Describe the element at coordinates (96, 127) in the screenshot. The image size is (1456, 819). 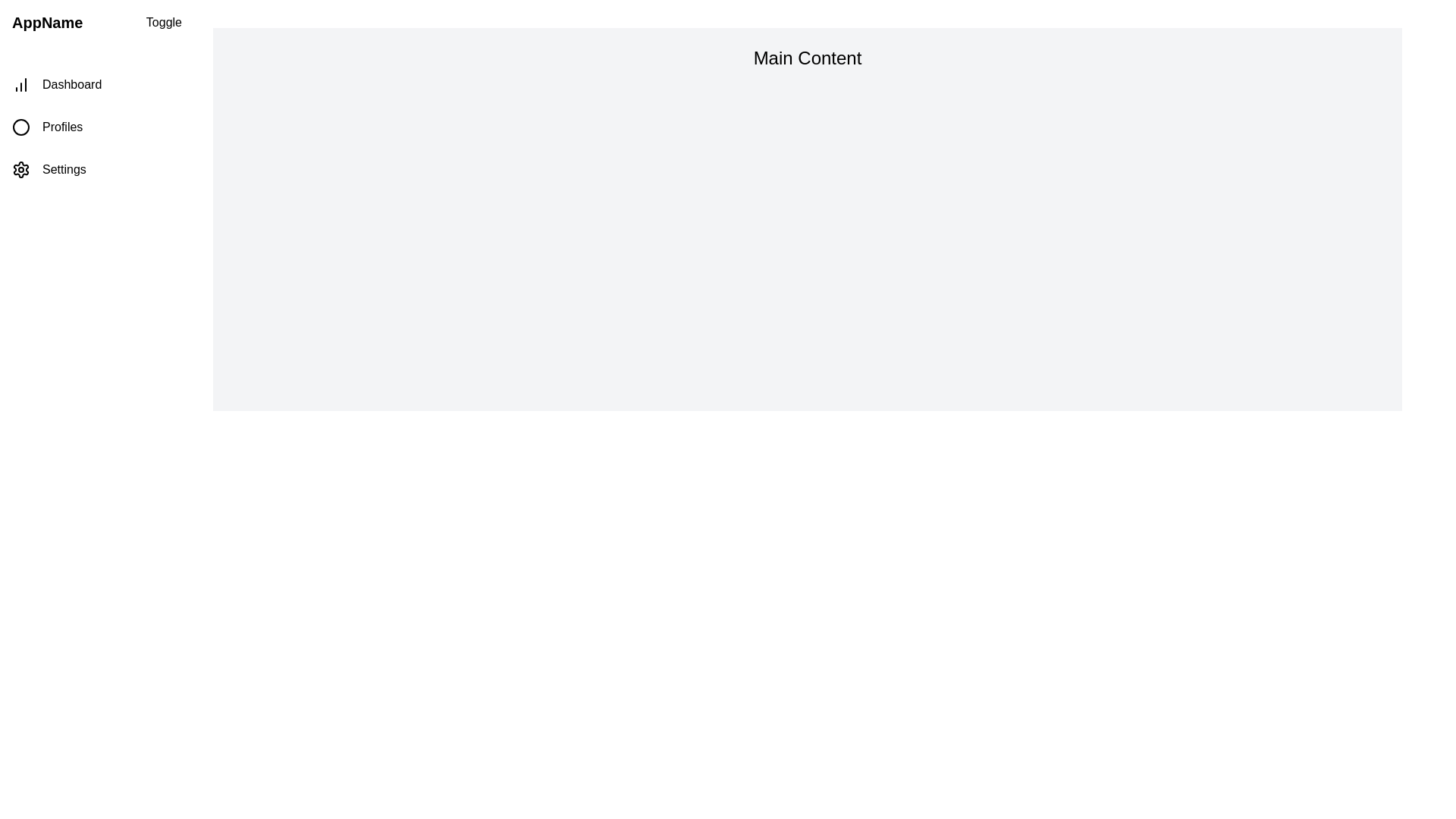
I see `the navigation item labeled Profiles` at that location.